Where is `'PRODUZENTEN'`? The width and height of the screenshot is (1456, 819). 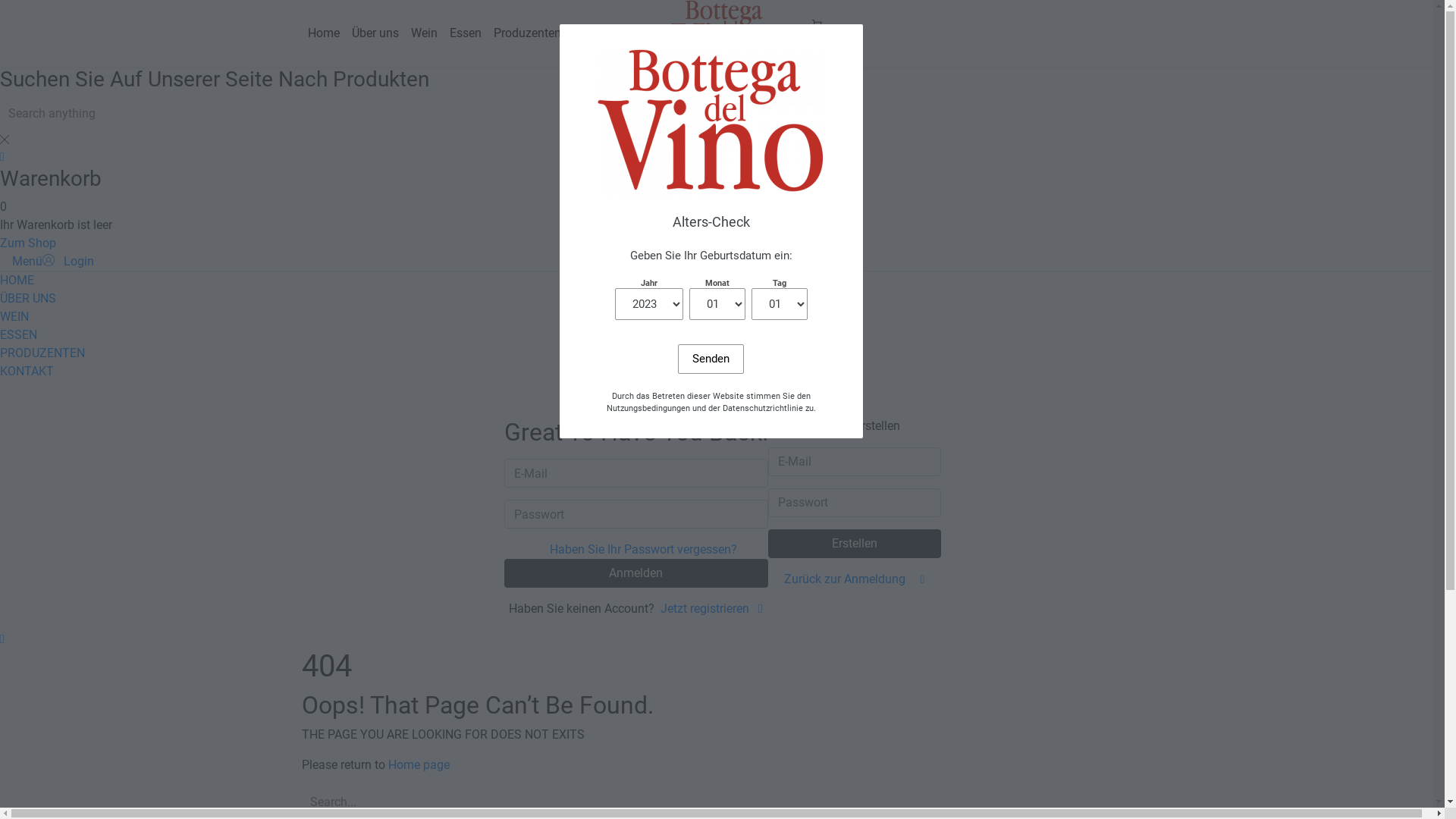
'PRODUZENTEN' is located at coordinates (0, 353).